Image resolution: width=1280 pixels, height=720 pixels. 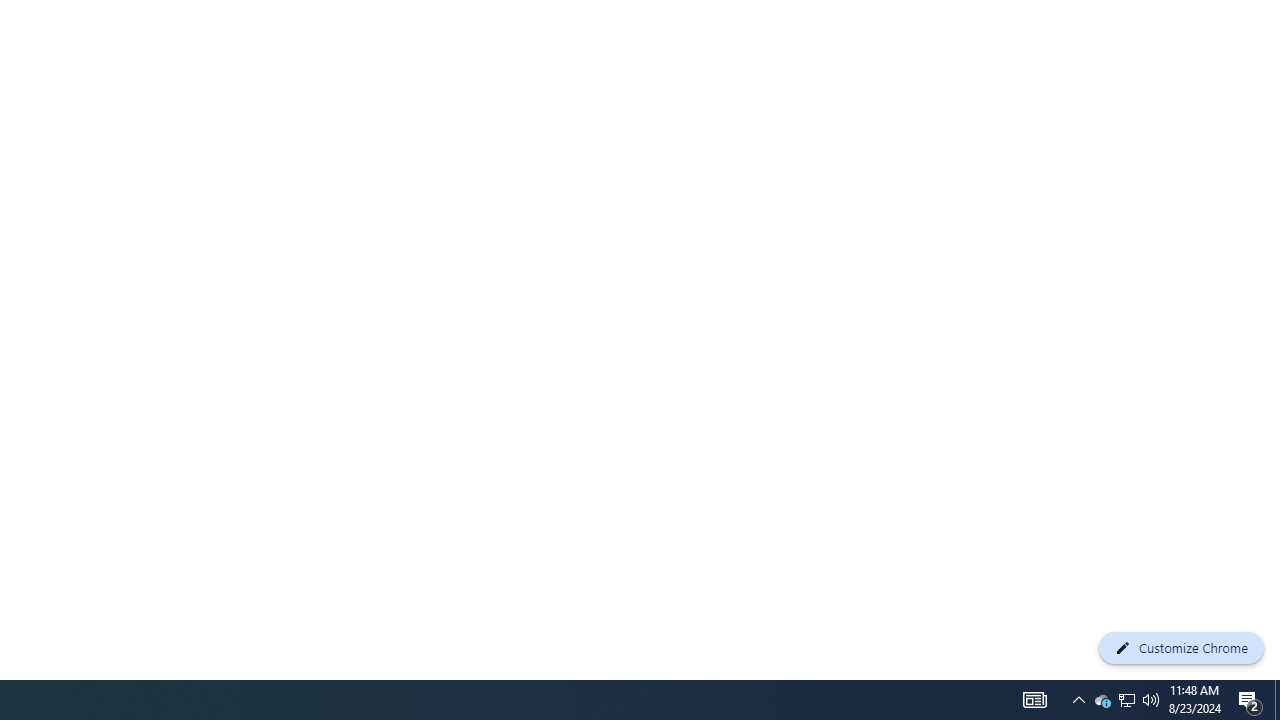 What do you see at coordinates (1034, 698) in the screenshot?
I see `'AutomationID: 4105'` at bounding box center [1034, 698].